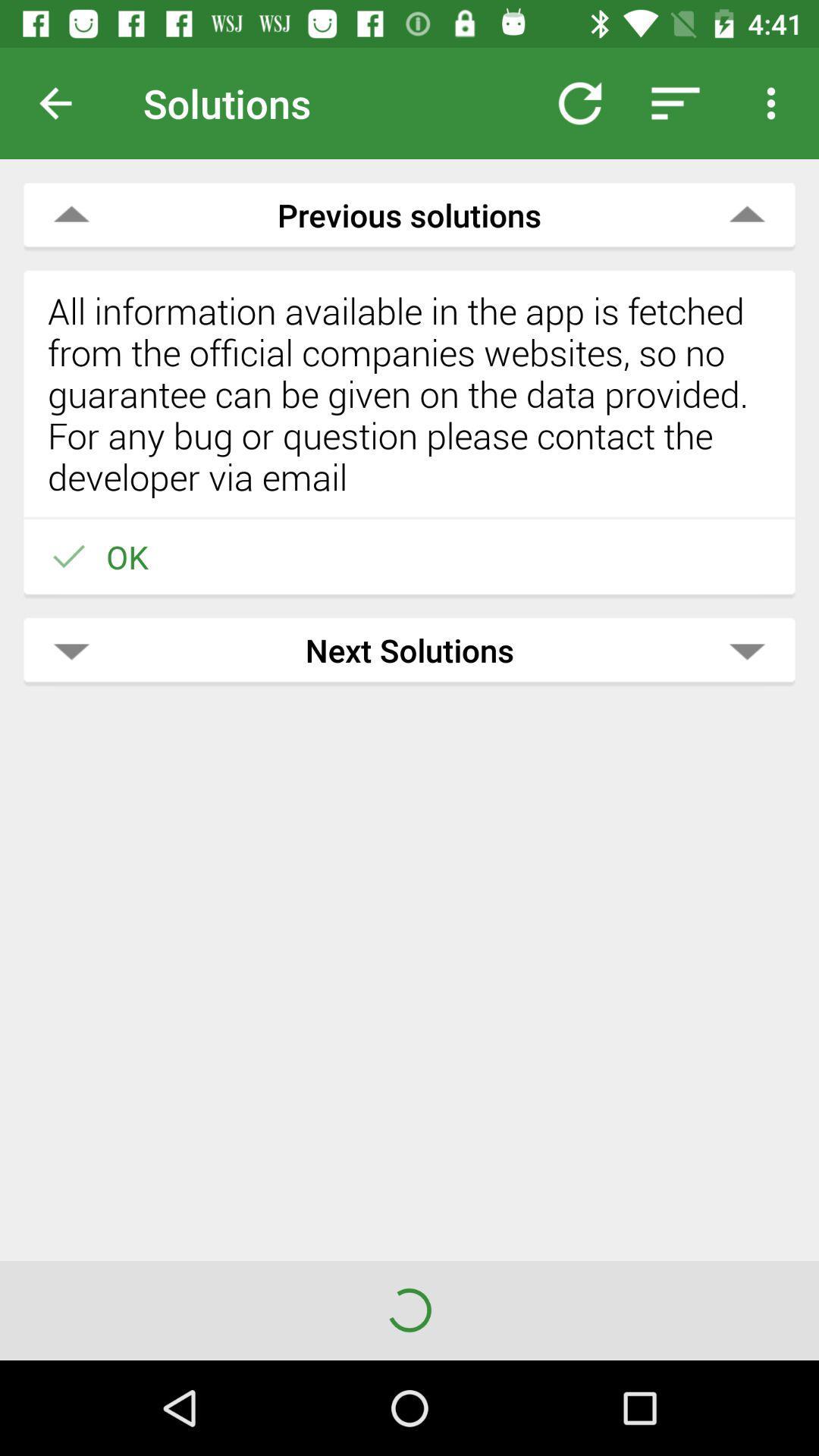 The image size is (819, 1456). Describe the element at coordinates (67, 102) in the screenshot. I see `previous page` at that location.